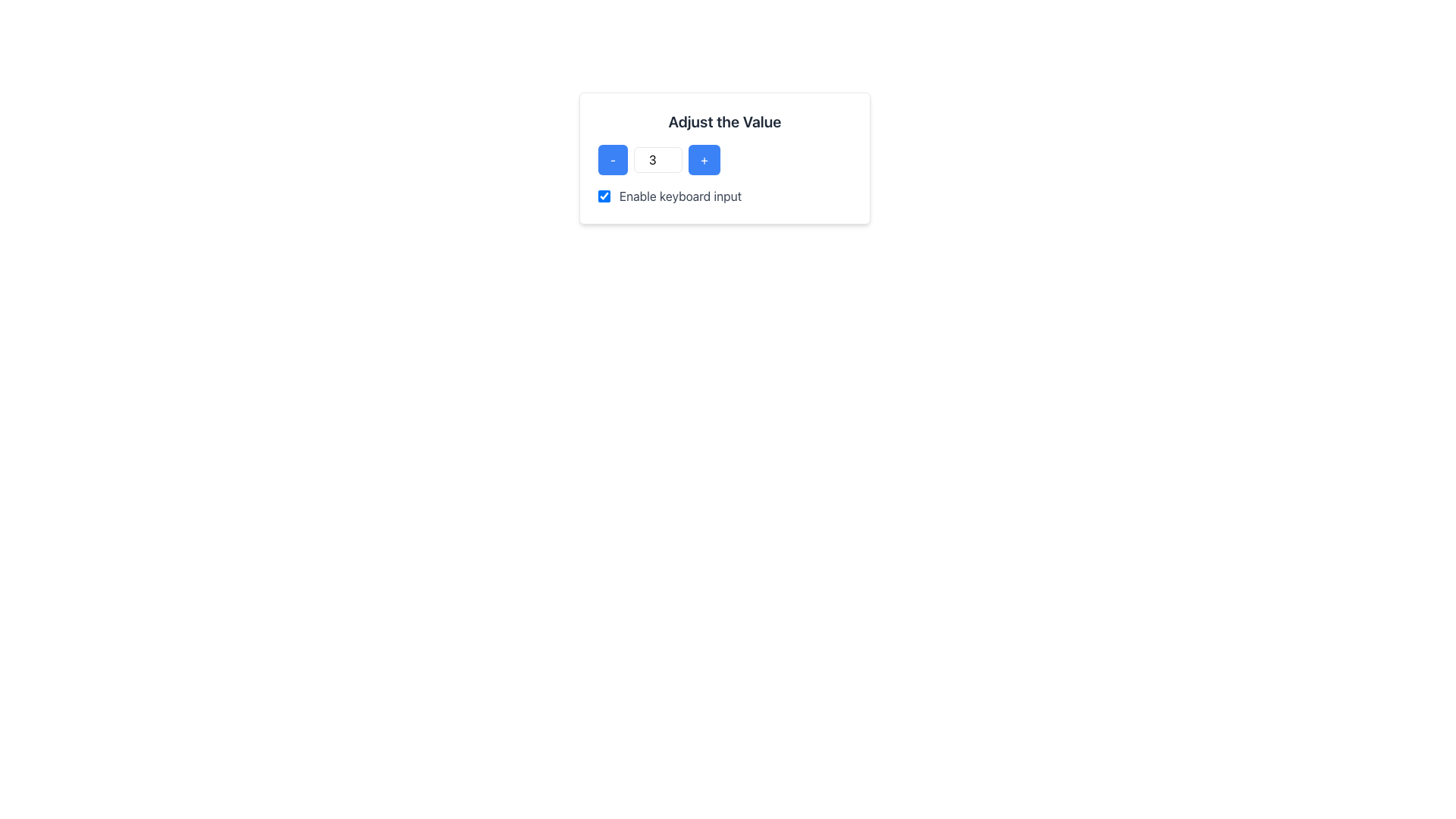 Image resolution: width=1456 pixels, height=819 pixels. What do you see at coordinates (658, 160) in the screenshot?
I see `the numeric input field` at bounding box center [658, 160].